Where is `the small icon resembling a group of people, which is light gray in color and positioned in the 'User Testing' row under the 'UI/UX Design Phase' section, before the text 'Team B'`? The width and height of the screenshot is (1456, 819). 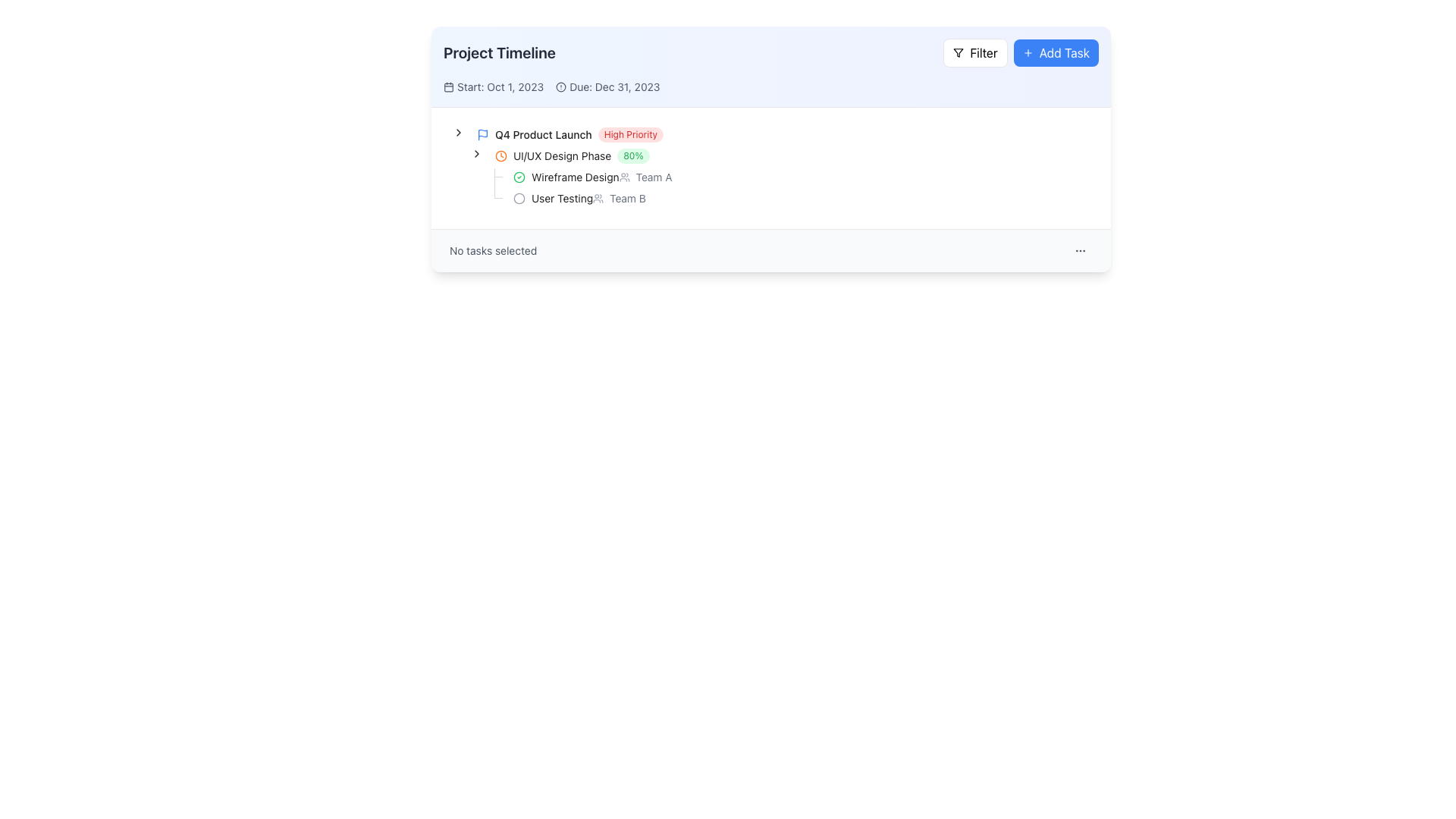 the small icon resembling a group of people, which is light gray in color and positioned in the 'User Testing' row under the 'UI/UX Design Phase' section, before the text 'Team B' is located at coordinates (598, 198).